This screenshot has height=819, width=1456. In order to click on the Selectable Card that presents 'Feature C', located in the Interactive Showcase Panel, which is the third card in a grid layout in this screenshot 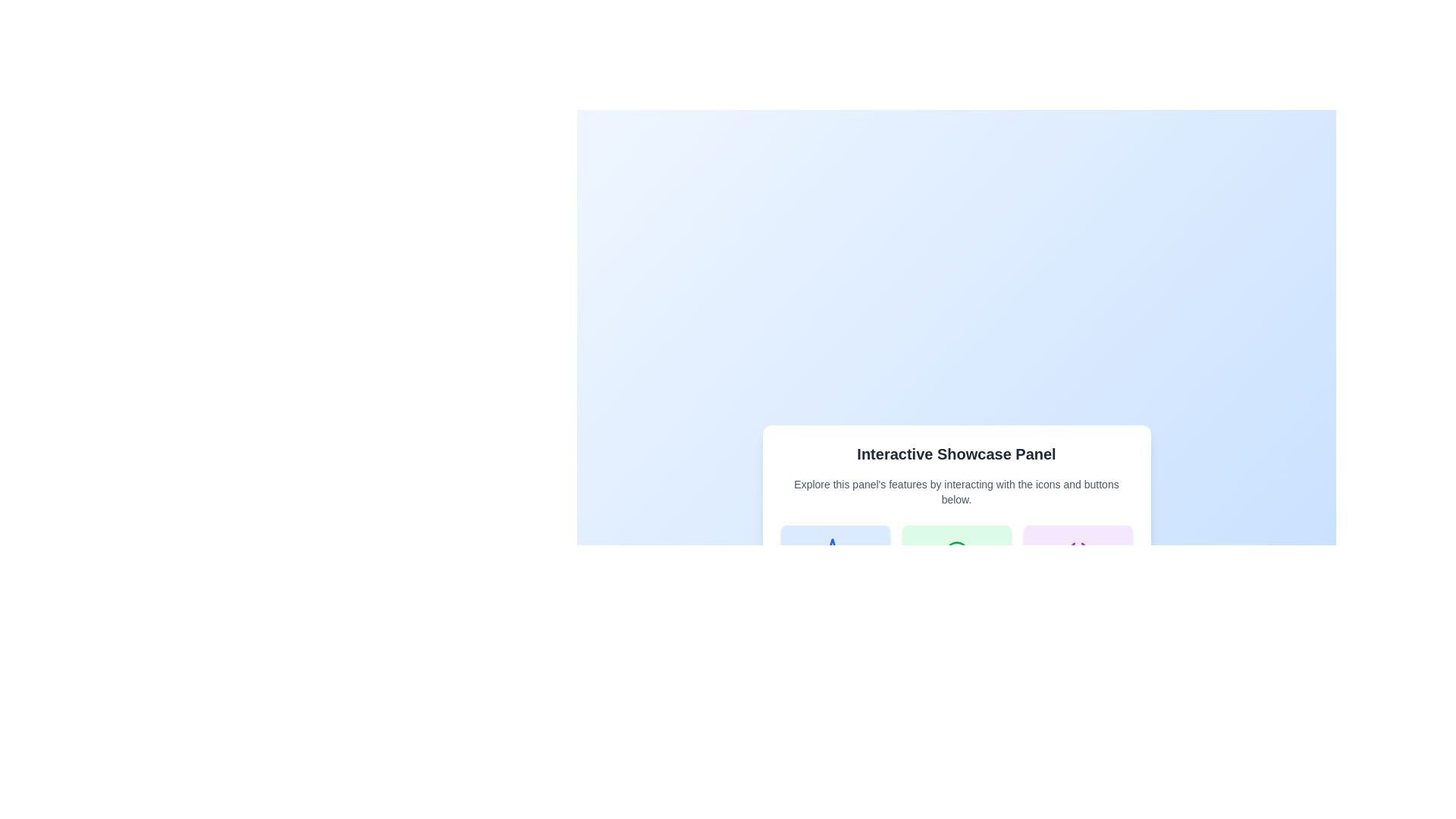, I will do `click(1077, 560)`.